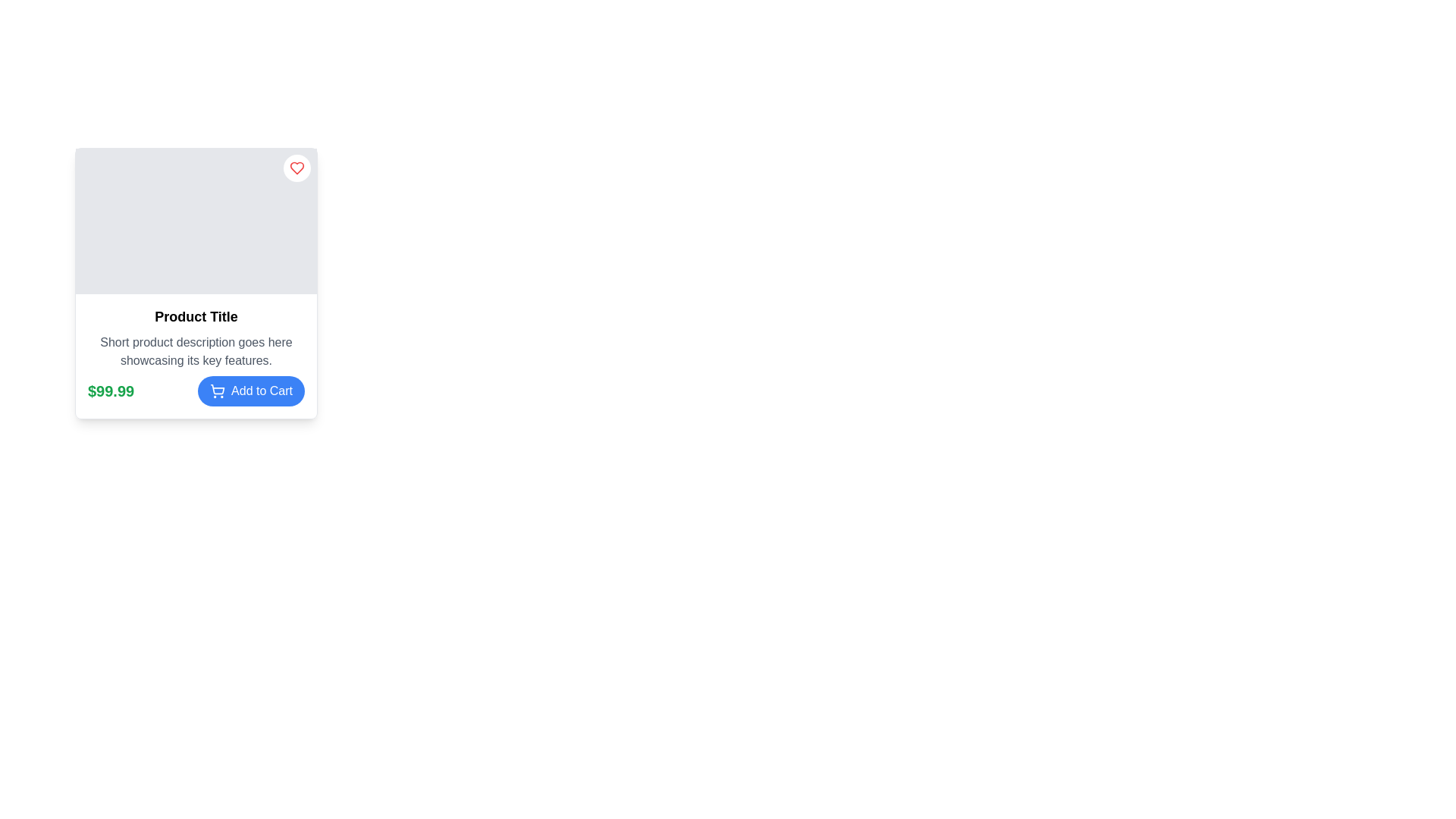 This screenshot has height=819, width=1456. What do you see at coordinates (217, 388) in the screenshot?
I see `the shopping cart icon inside the blue 'Add to Cart' button located at the bottom-right corner of the product card` at bounding box center [217, 388].